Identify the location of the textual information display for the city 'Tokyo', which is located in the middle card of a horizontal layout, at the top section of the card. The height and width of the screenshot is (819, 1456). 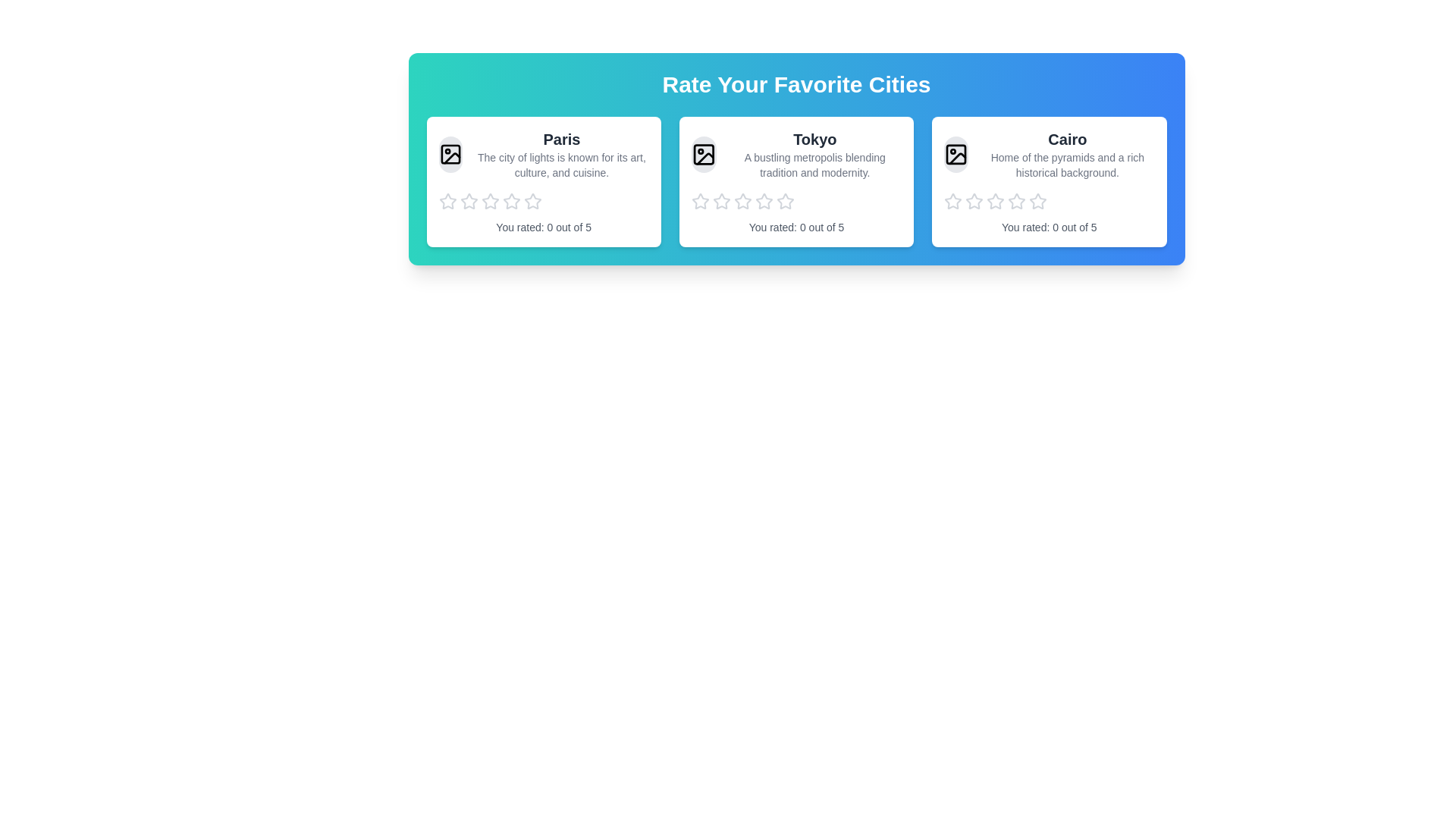
(795, 155).